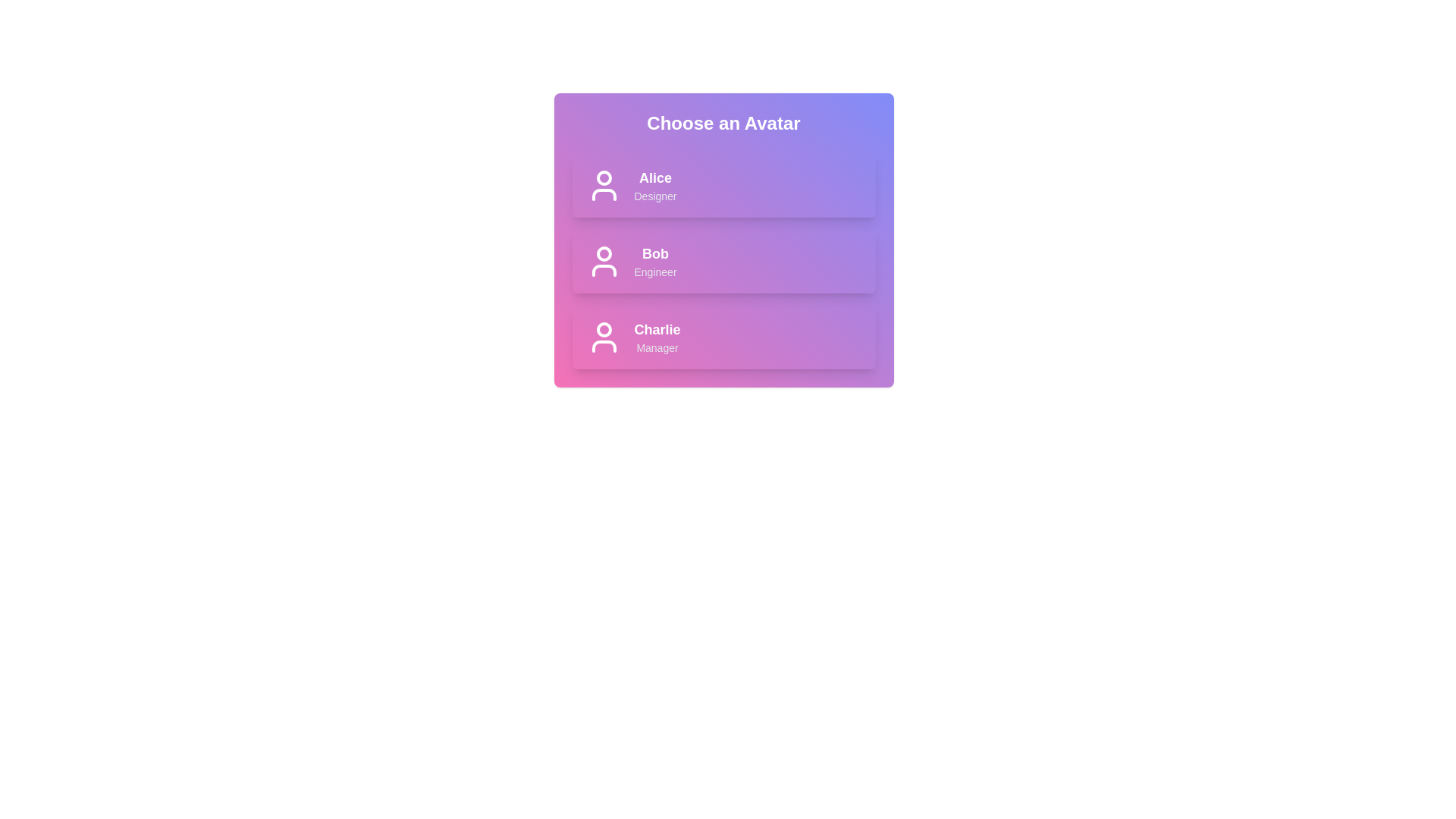 Image resolution: width=1456 pixels, height=819 pixels. Describe the element at coordinates (723, 336) in the screenshot. I see `the third selectable list item that displays the name 'Charlie' and the title 'Manager'` at that location.